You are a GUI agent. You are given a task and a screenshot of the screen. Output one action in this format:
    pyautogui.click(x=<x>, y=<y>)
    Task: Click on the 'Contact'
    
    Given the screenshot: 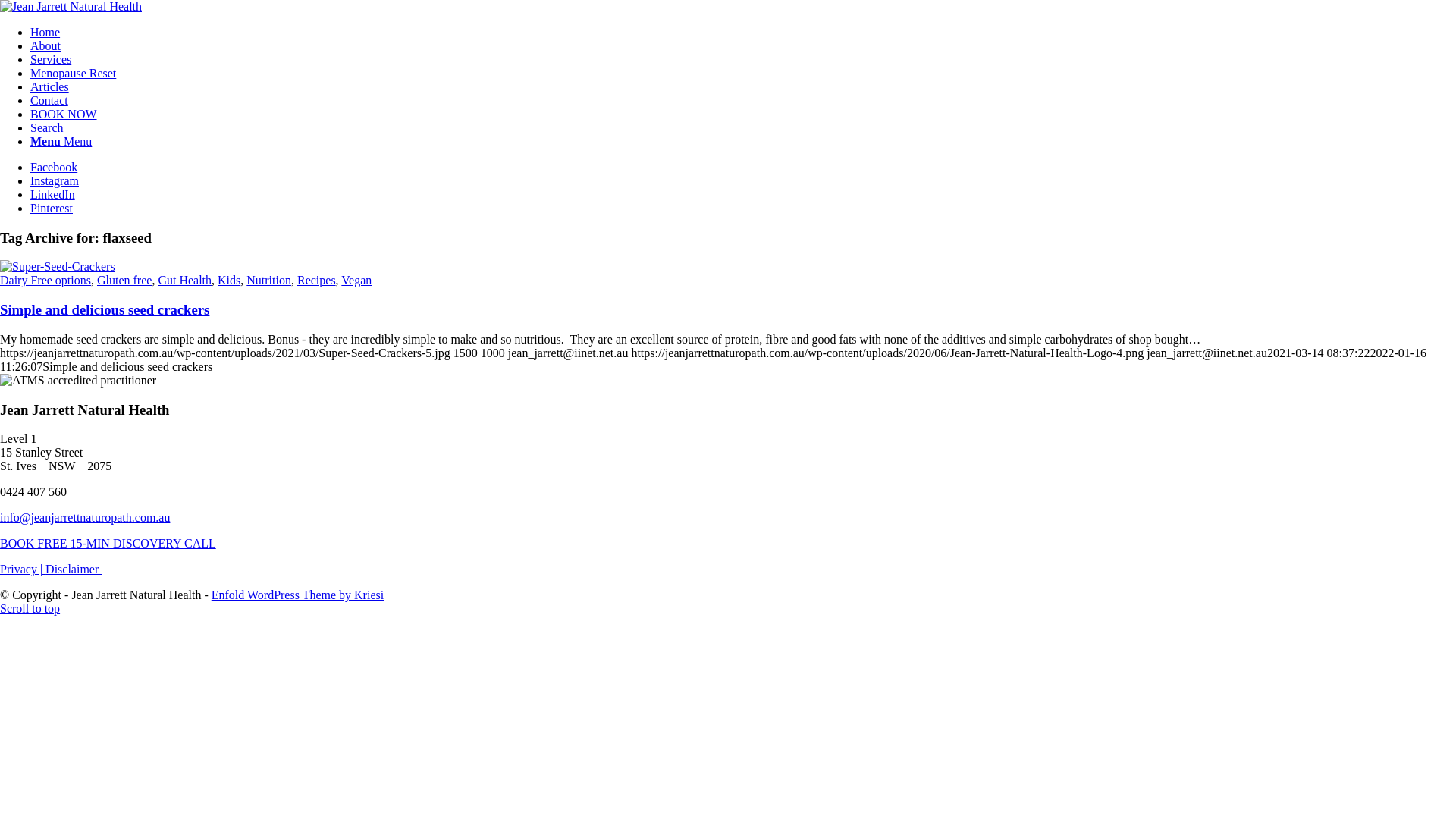 What is the action you would take?
    pyautogui.click(x=49, y=100)
    